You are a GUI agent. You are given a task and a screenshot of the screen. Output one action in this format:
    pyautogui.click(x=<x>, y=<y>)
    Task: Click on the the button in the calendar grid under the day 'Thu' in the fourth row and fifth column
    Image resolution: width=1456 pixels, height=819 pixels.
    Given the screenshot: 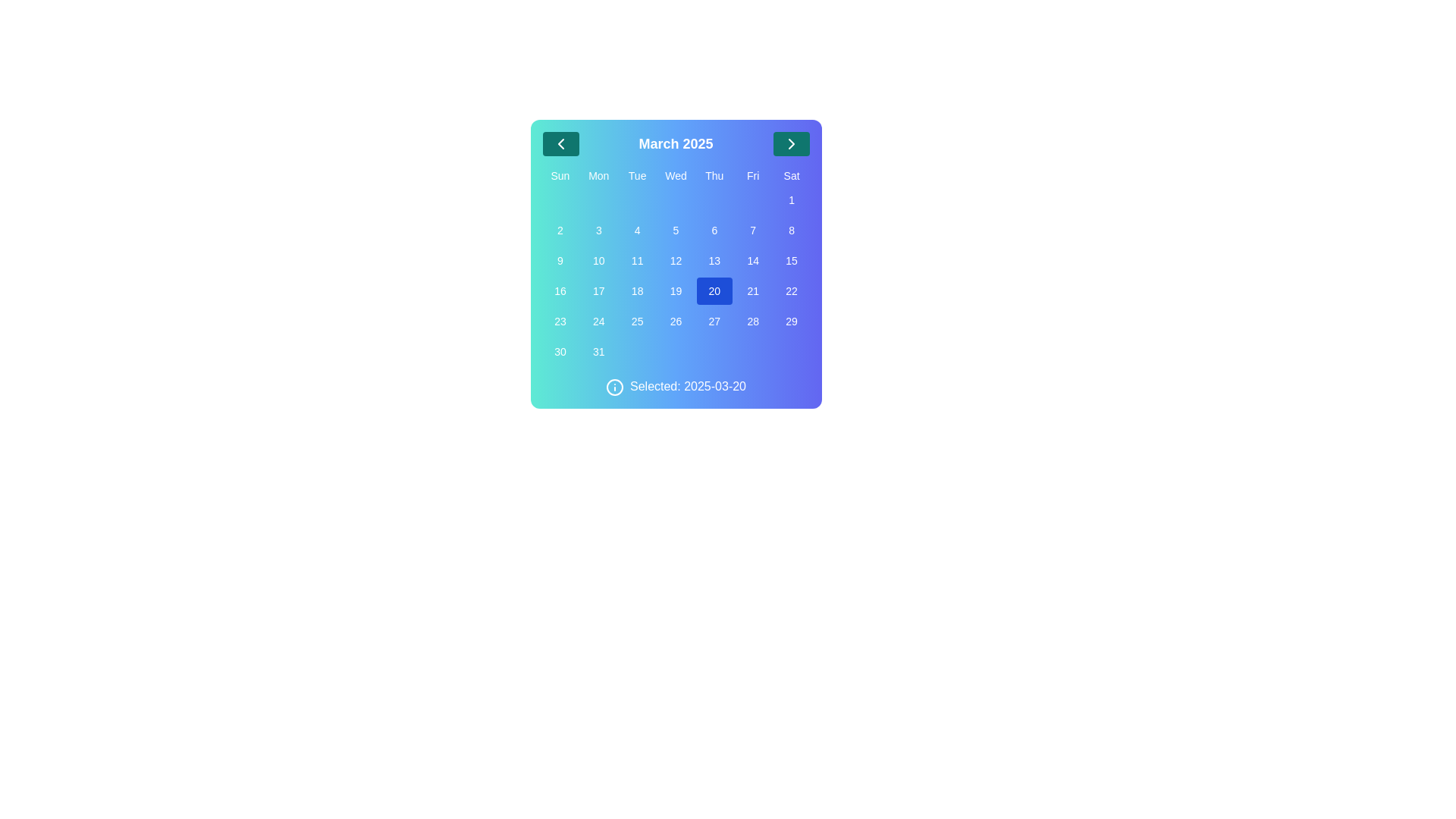 What is the action you would take?
    pyautogui.click(x=713, y=291)
    